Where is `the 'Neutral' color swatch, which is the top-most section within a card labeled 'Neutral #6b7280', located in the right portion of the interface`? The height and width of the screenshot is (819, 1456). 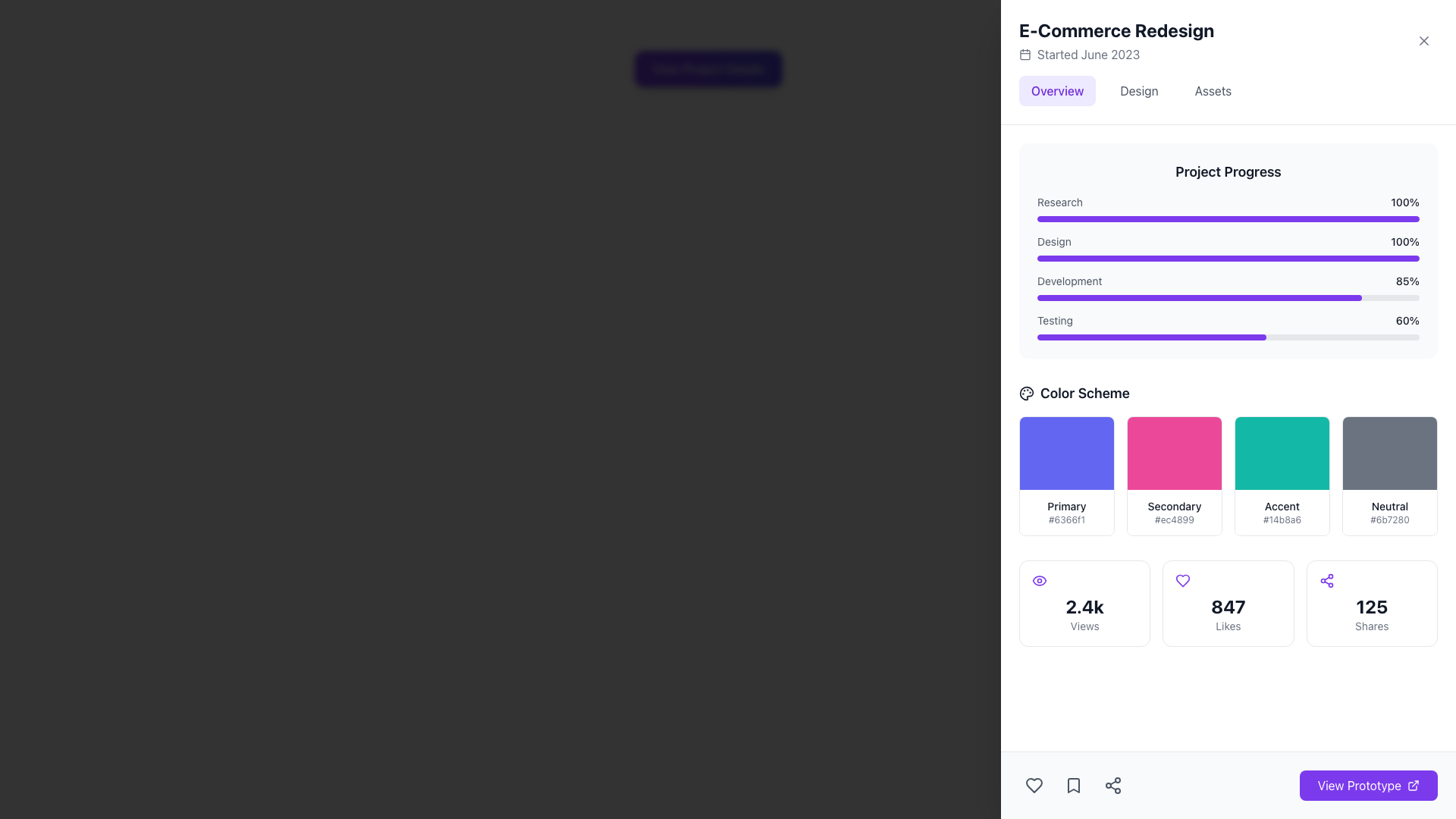
the 'Neutral' color swatch, which is the top-most section within a card labeled 'Neutral #6b7280', located in the right portion of the interface is located at coordinates (1390, 452).